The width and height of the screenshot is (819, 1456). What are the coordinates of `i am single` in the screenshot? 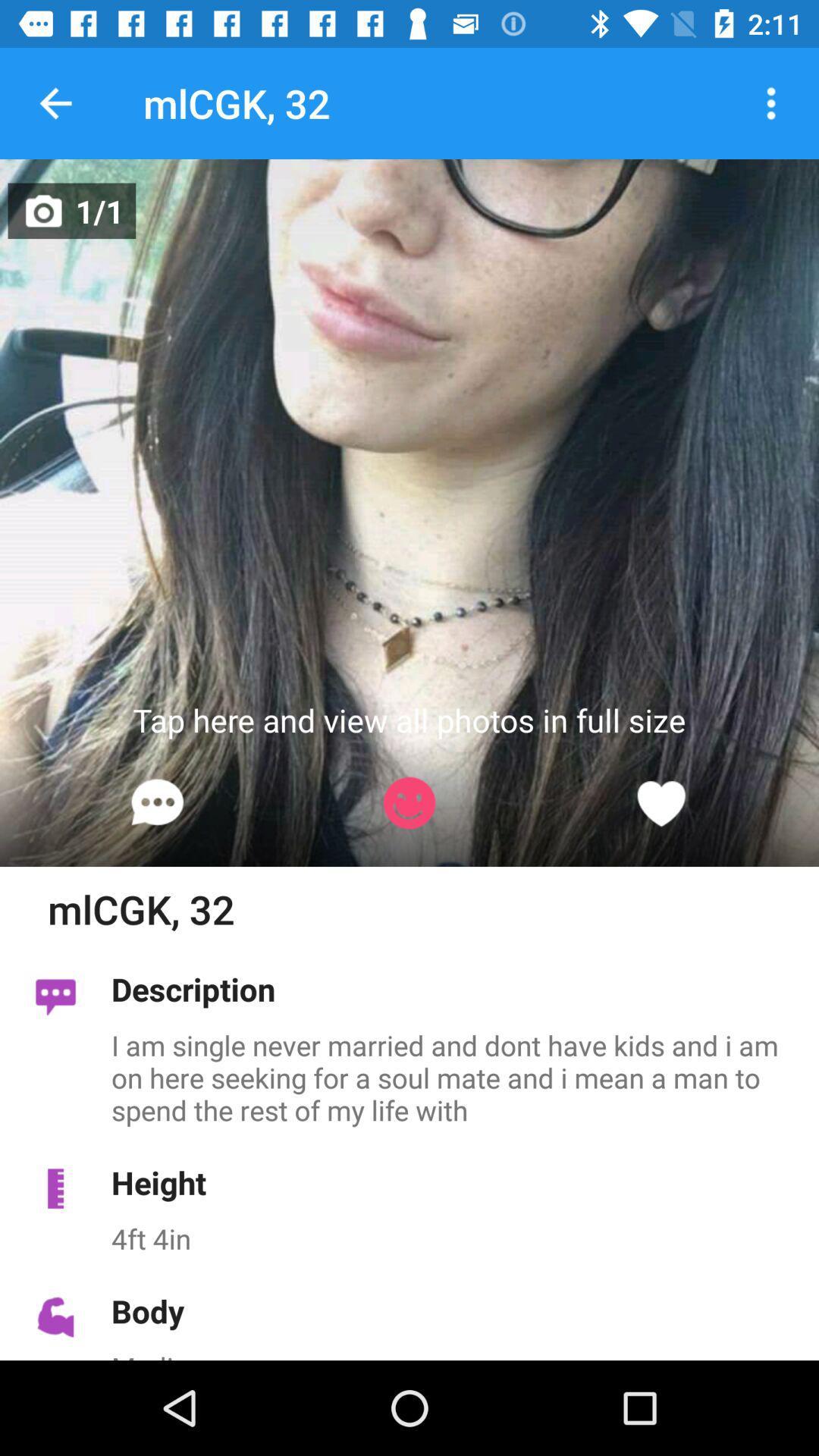 It's located at (456, 1077).